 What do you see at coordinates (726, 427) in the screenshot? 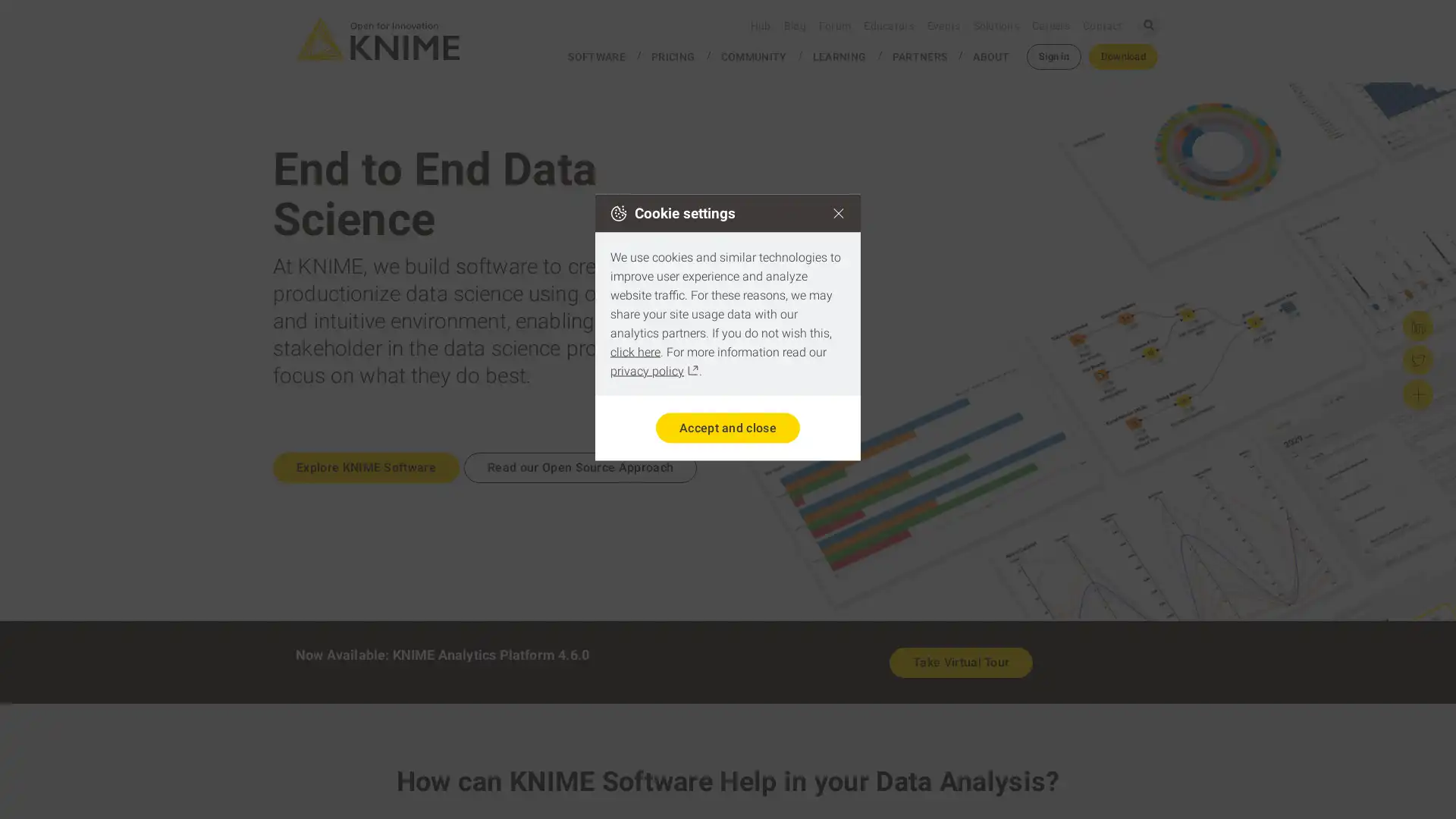
I see `Accept and close` at bounding box center [726, 427].